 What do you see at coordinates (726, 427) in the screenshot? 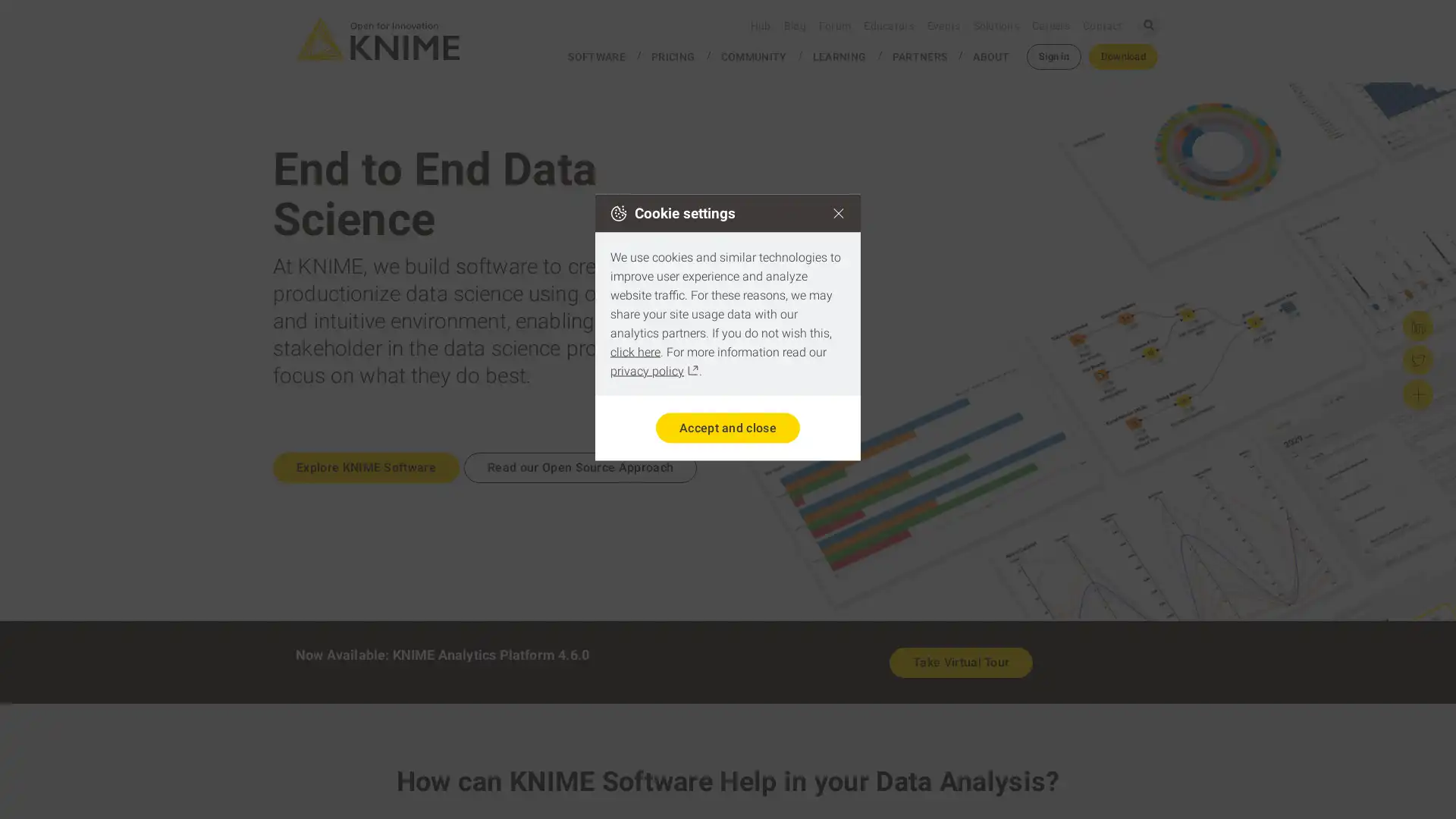
I see `Accept and close` at bounding box center [726, 427].